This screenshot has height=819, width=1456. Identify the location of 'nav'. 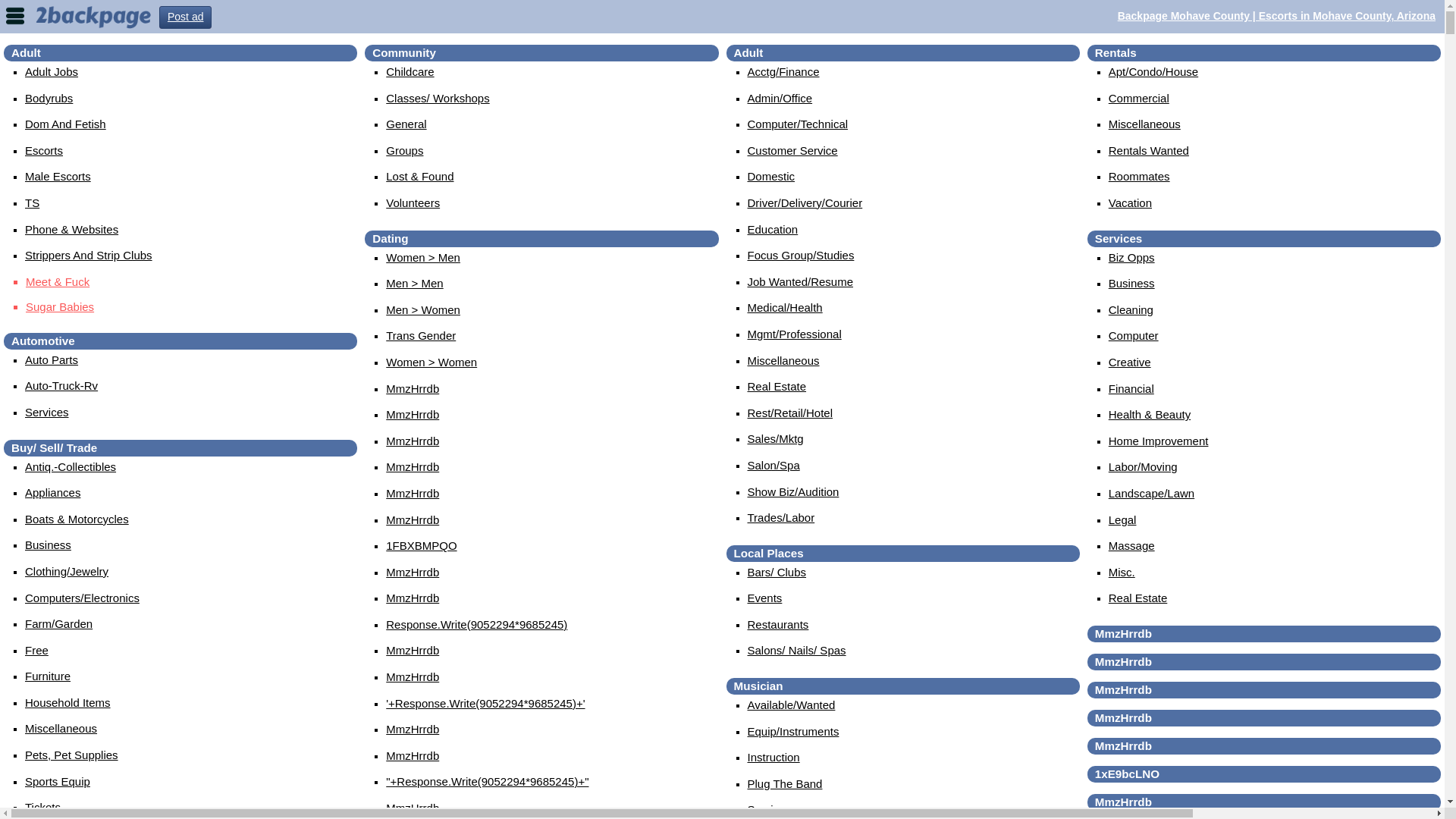
(14, 14).